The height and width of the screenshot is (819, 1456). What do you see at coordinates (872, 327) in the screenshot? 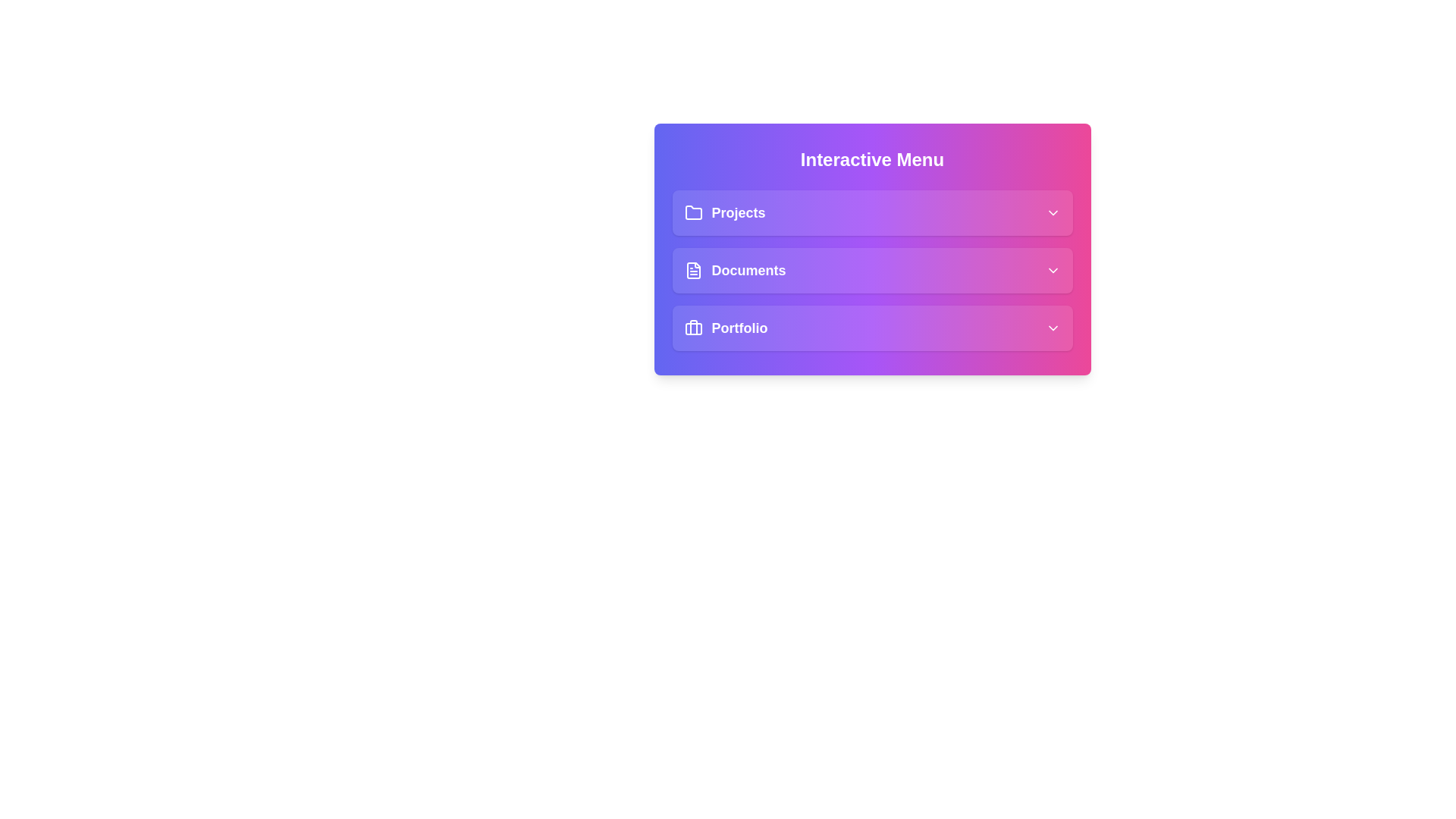
I see `the 'Portfolio' menu item, which is a rectangular button with a briefcase icon on the left and a downward arrow icon on the right, to open additional options` at bounding box center [872, 327].